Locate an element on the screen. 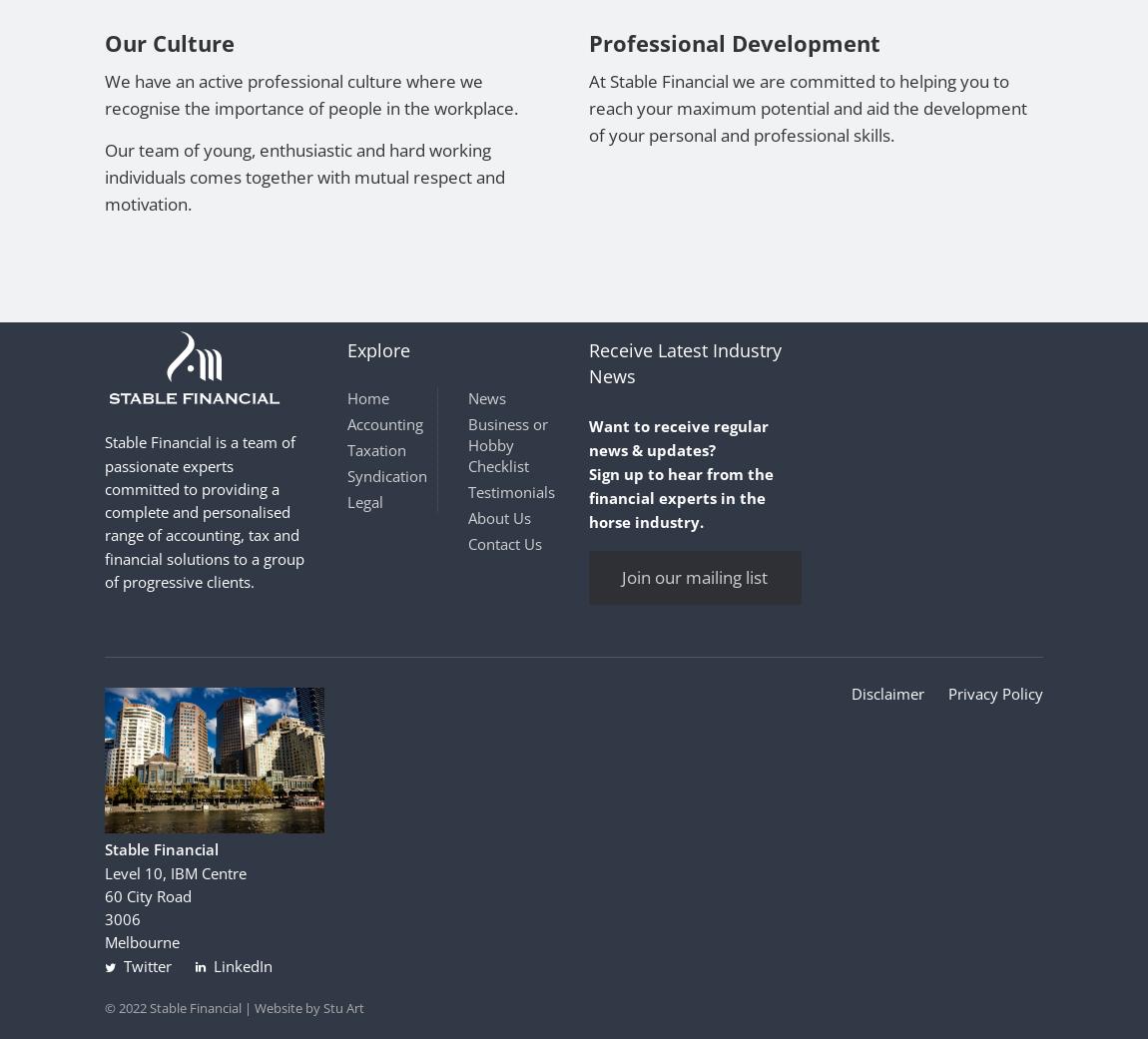  'Testimonials' is located at coordinates (510, 491).